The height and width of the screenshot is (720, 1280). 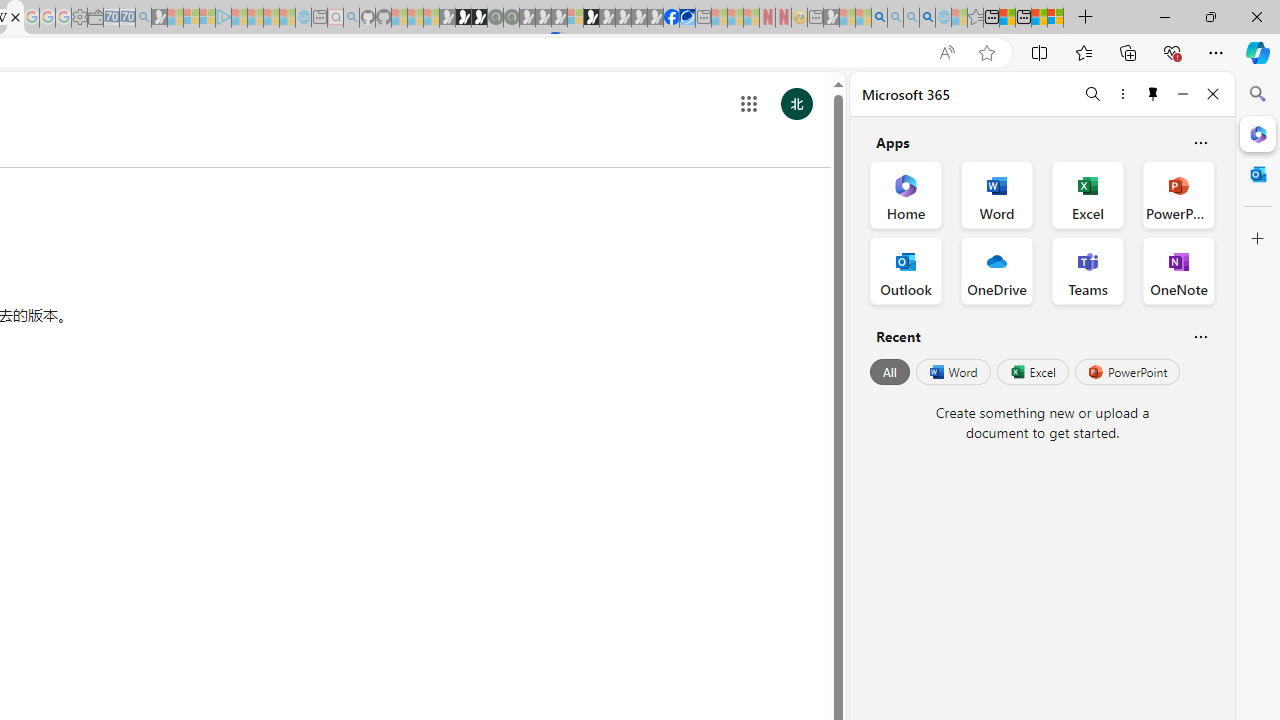 What do you see at coordinates (997, 195) in the screenshot?
I see `'Word Office App'` at bounding box center [997, 195].